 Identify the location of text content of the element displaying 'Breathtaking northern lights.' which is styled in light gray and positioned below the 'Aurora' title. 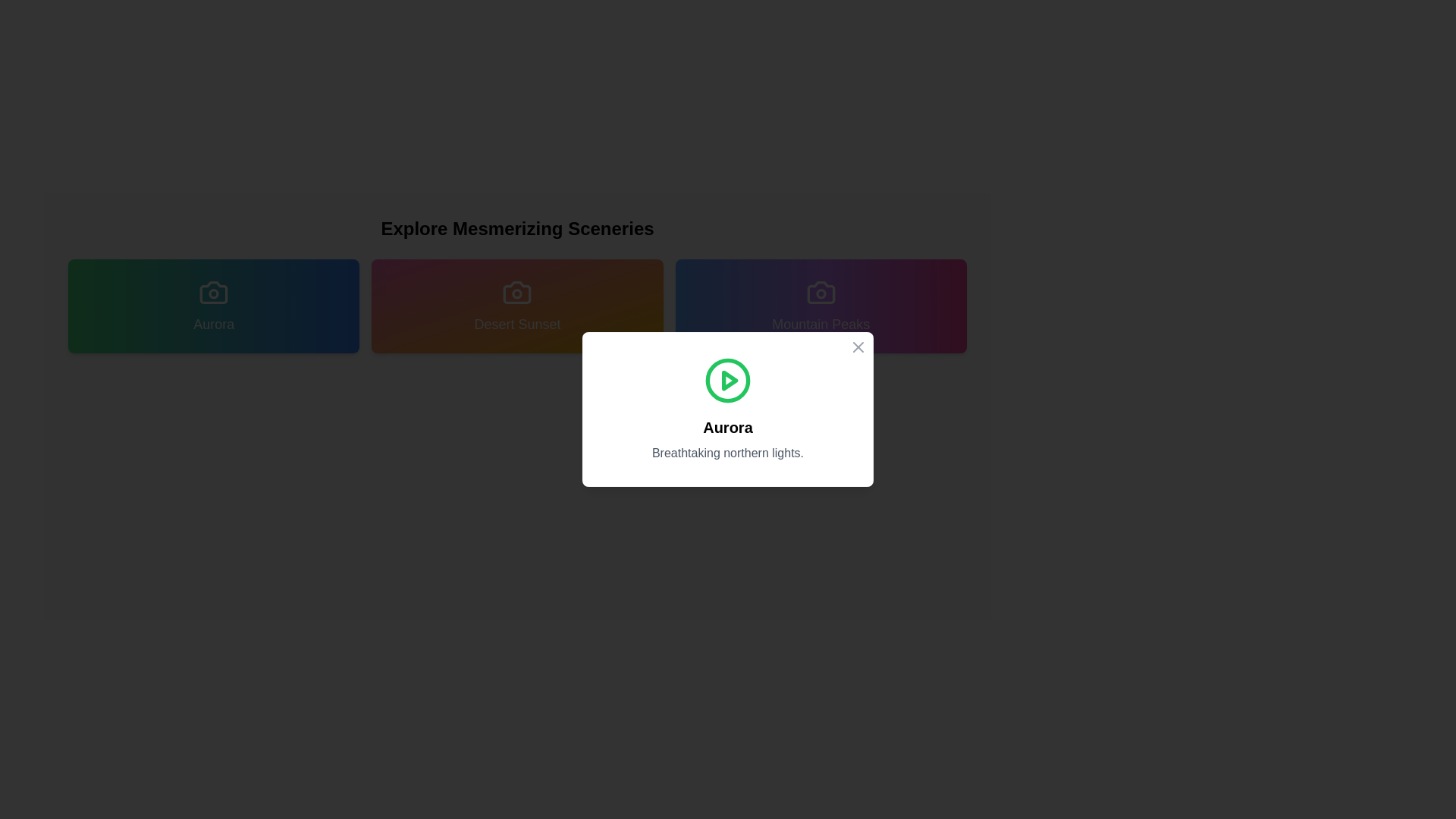
(728, 452).